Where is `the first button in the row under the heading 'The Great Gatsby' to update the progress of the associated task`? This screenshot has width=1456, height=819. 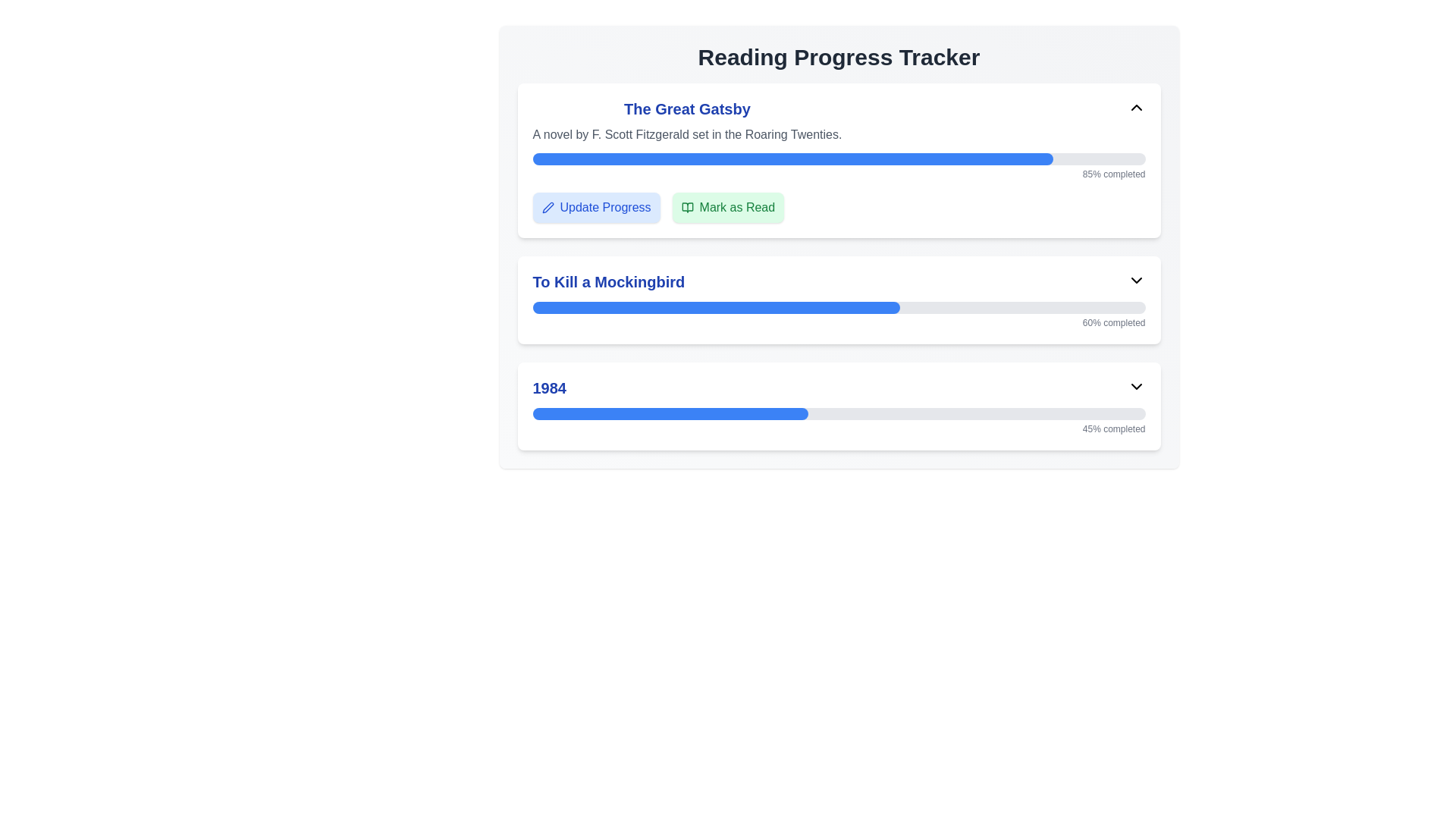 the first button in the row under the heading 'The Great Gatsby' to update the progress of the associated task is located at coordinates (595, 207).